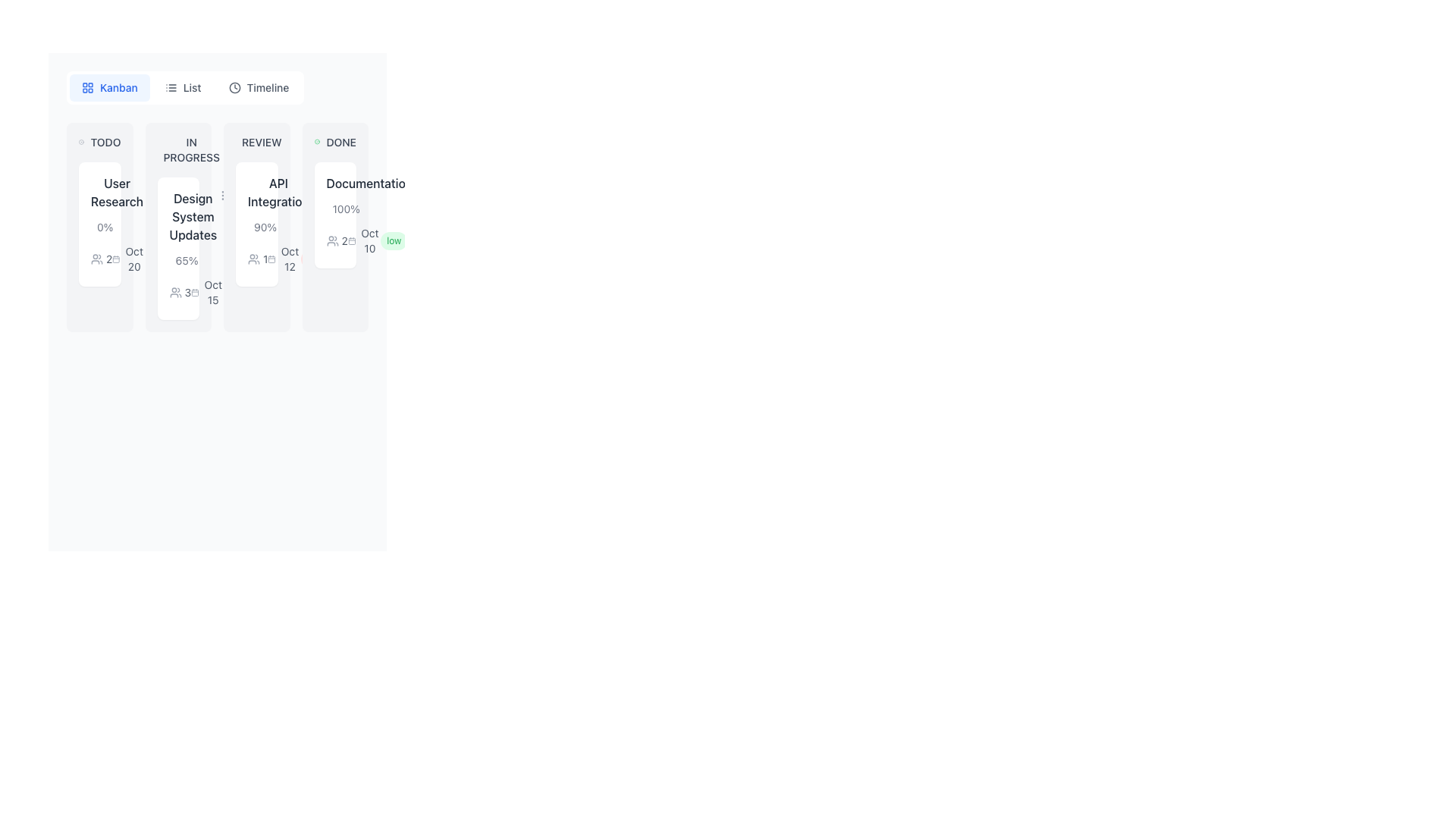  I want to click on the static text indicating the deadline for the task card in the second card of the Kanban board under the 'IN PROGRESS' column, located beneath the '65%' completion text and alongside a gray calendar icon, so click(212, 292).